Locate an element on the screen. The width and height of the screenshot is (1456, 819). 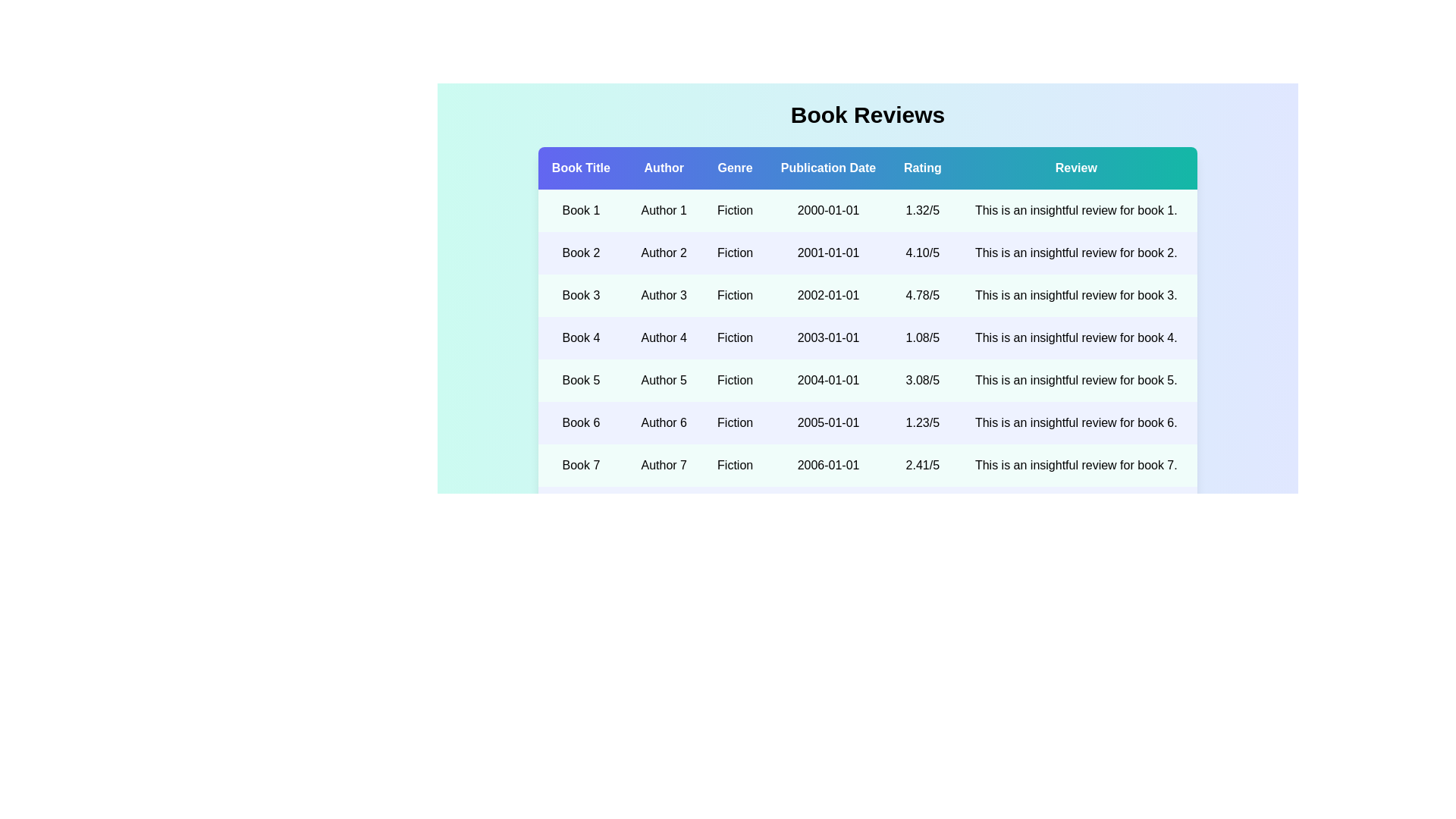
the row corresponding to 7 is located at coordinates (868, 464).